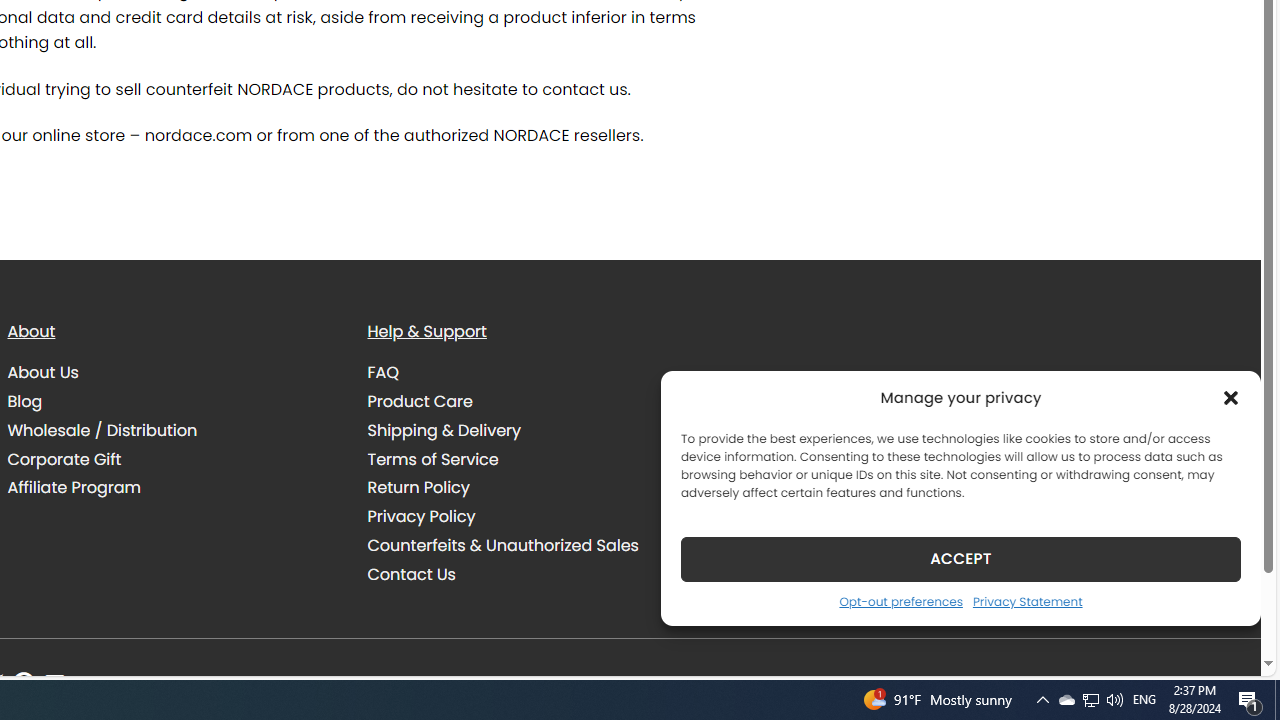 The width and height of the screenshot is (1280, 720). Describe the element at coordinates (42, 372) in the screenshot. I see `'About Us'` at that location.